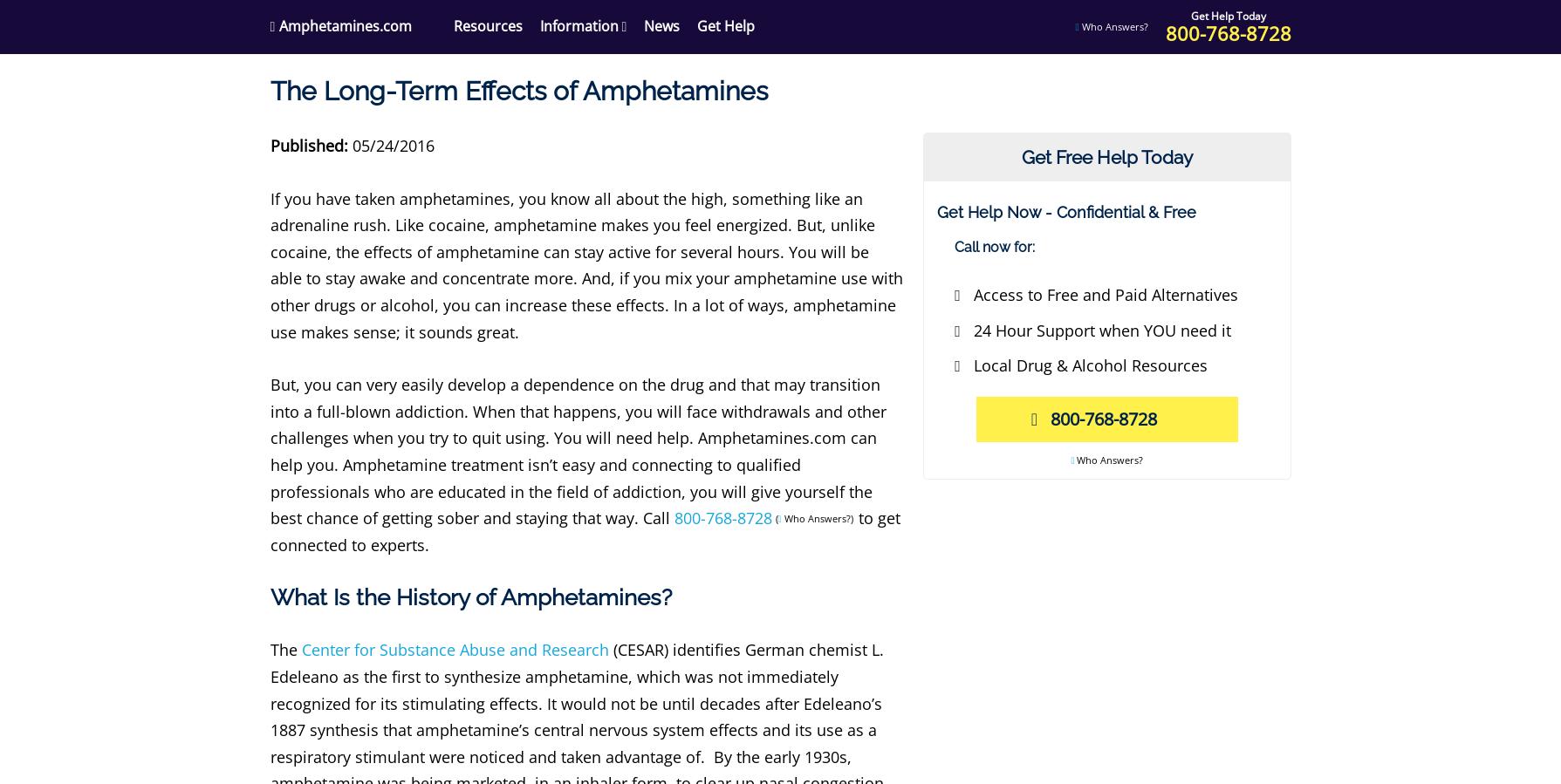 This screenshot has width=1561, height=784. I want to click on 'to get connected to experts.', so click(584, 529).